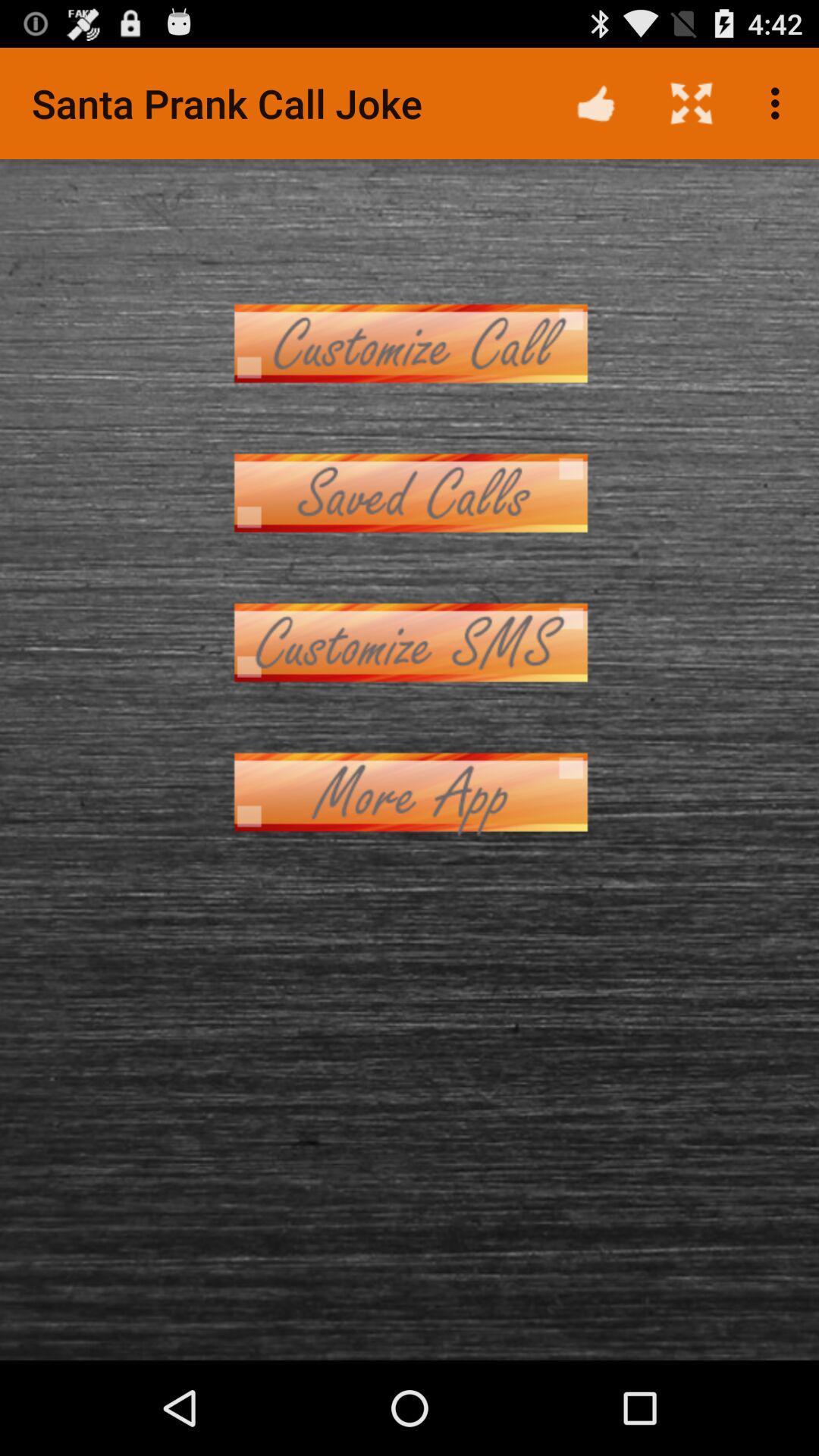 This screenshot has width=819, height=1456. What do you see at coordinates (409, 791) in the screenshot?
I see `find more apps` at bounding box center [409, 791].